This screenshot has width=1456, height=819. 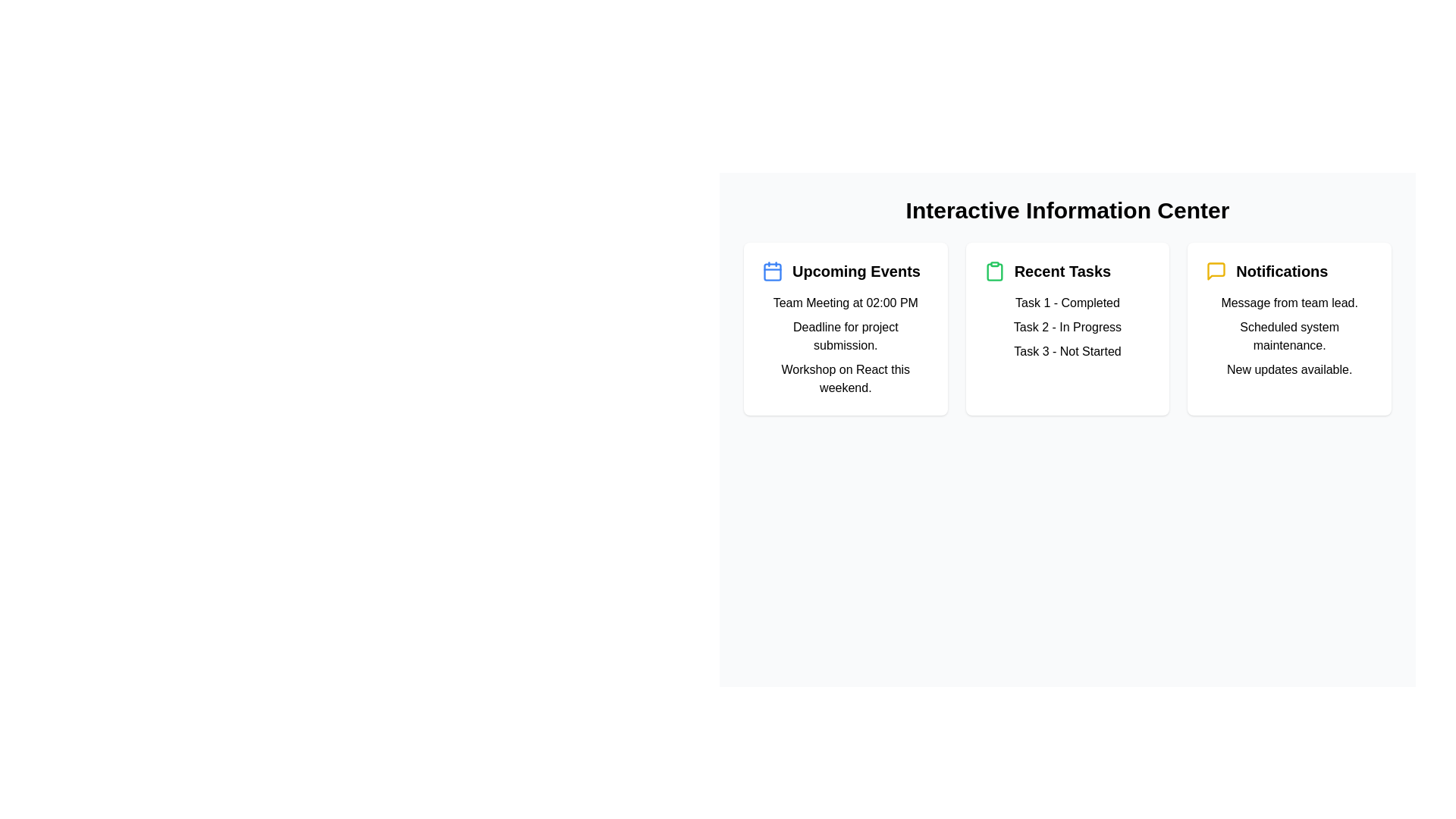 What do you see at coordinates (845, 378) in the screenshot?
I see `the static text displaying 'Workshop on React this weekend.' located in the 'Upcoming Events' section, which is the third line of text below 'Team Meeting at 02:00 PM' and 'Deadline for project submission.'` at bounding box center [845, 378].